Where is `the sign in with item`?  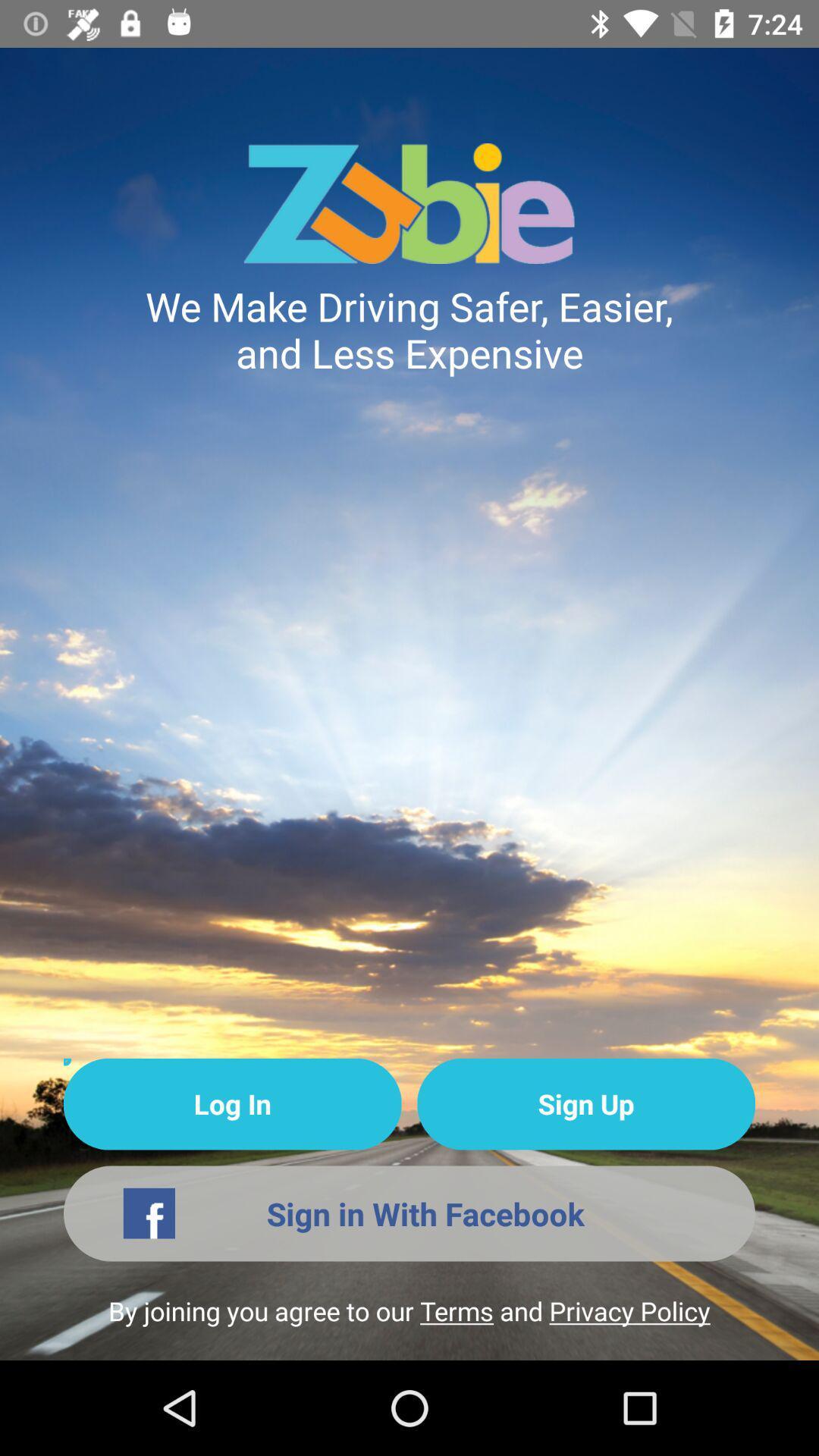
the sign in with item is located at coordinates (409, 1213).